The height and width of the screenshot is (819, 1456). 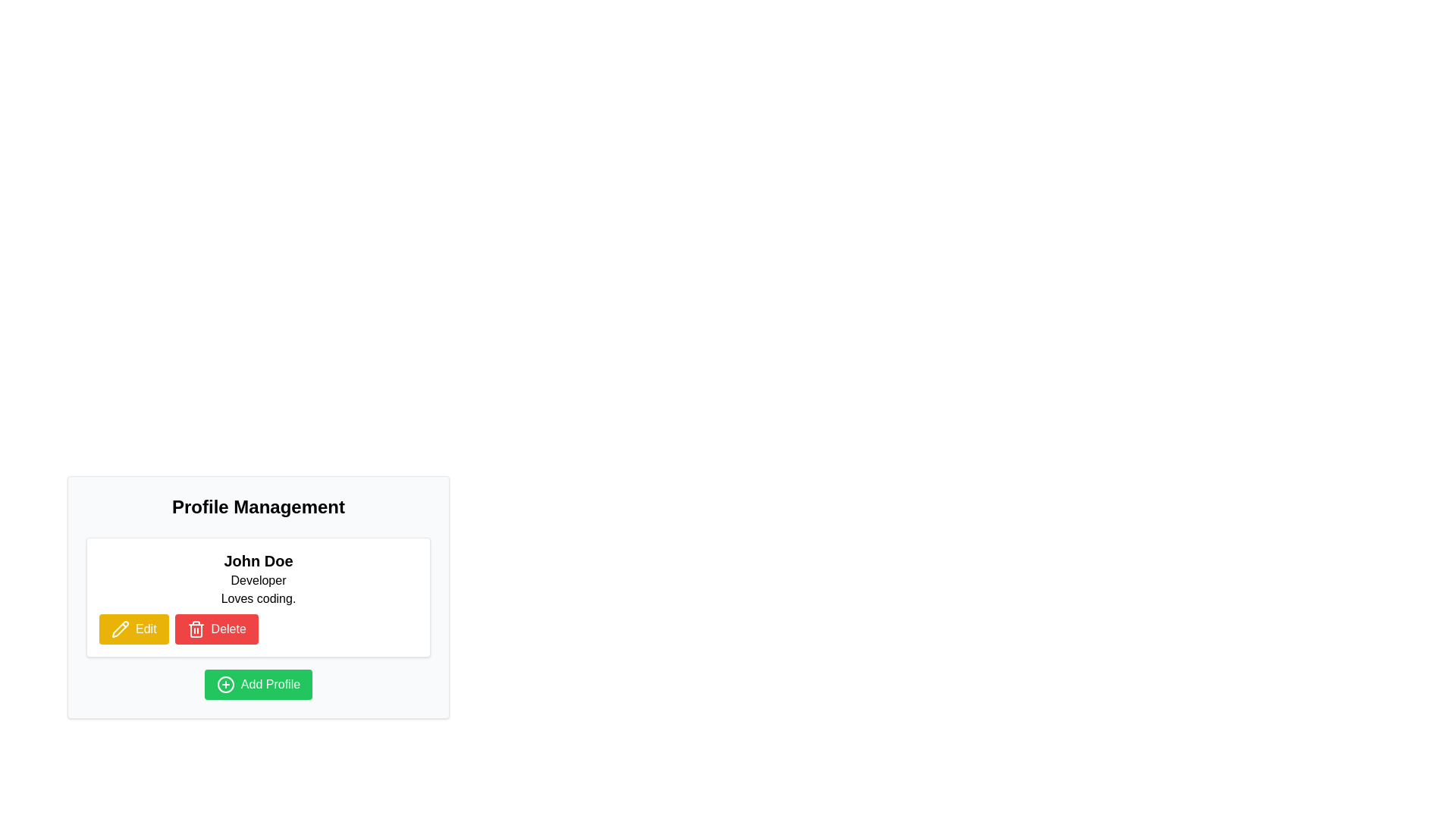 I want to click on the SVG Circle graphic that is part of the 'Add Profile' button, which is centrally aligned with the button's text, so click(x=224, y=684).